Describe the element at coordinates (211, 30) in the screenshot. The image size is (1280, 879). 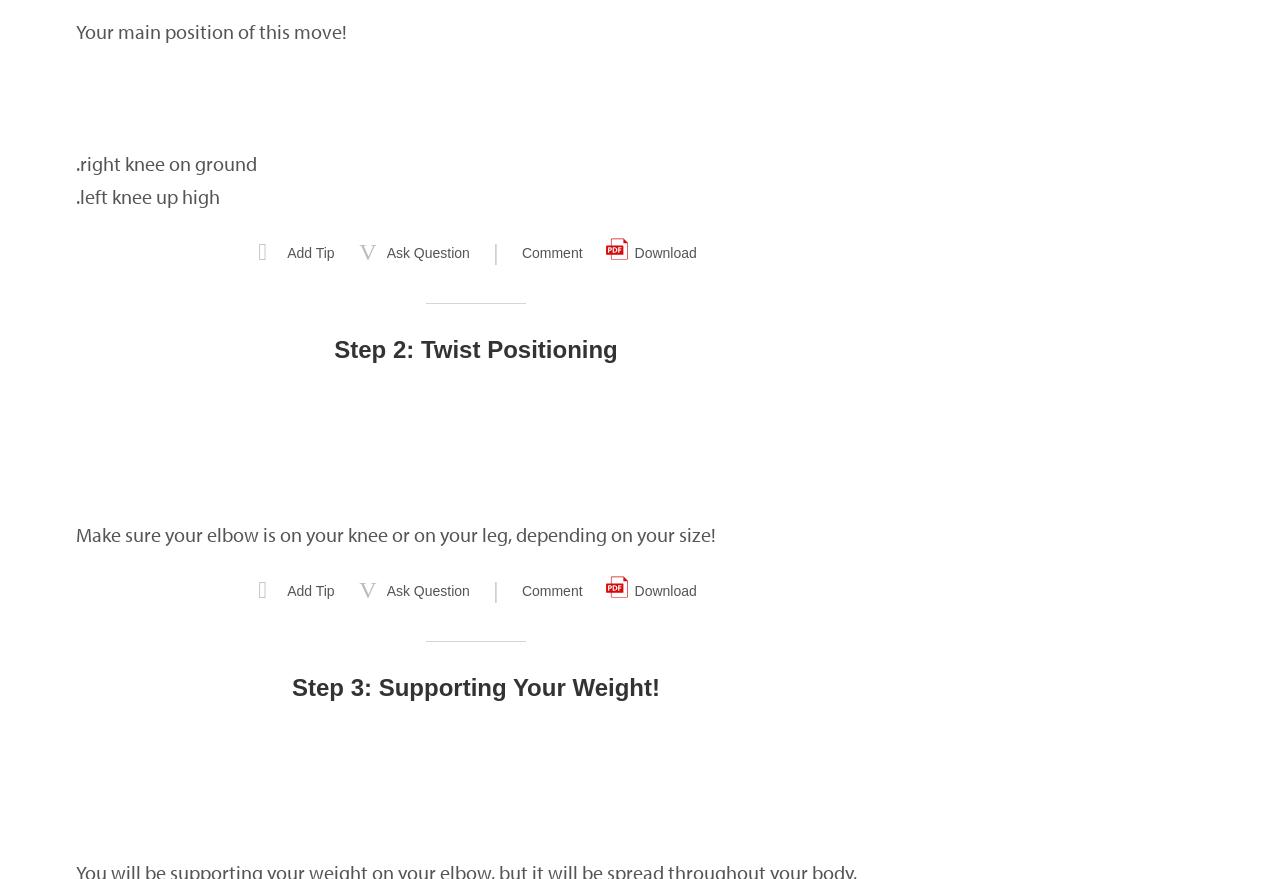
I see `'Your main position of this move!'` at that location.